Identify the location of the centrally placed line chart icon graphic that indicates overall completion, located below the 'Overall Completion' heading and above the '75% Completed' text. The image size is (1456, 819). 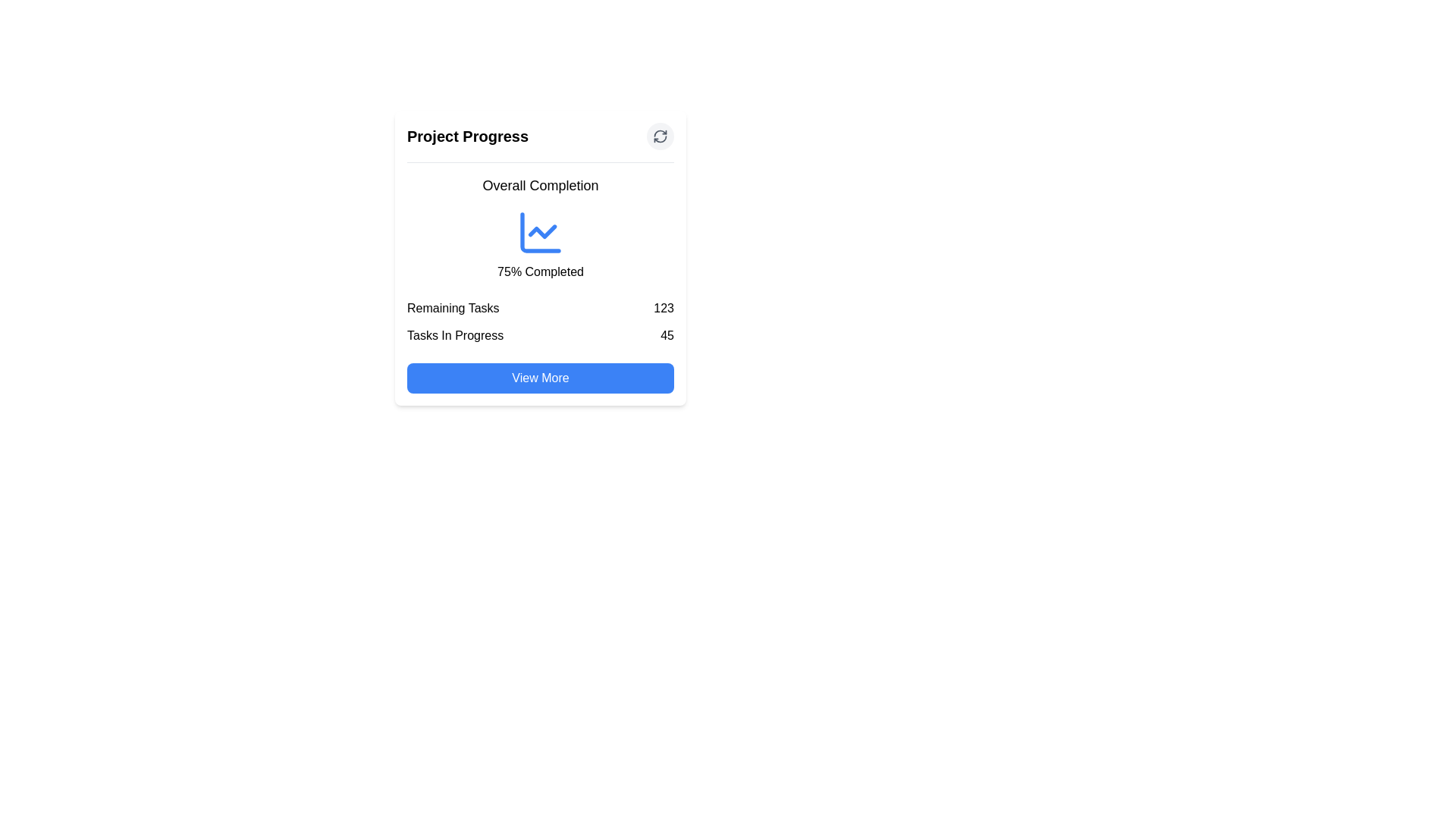
(541, 233).